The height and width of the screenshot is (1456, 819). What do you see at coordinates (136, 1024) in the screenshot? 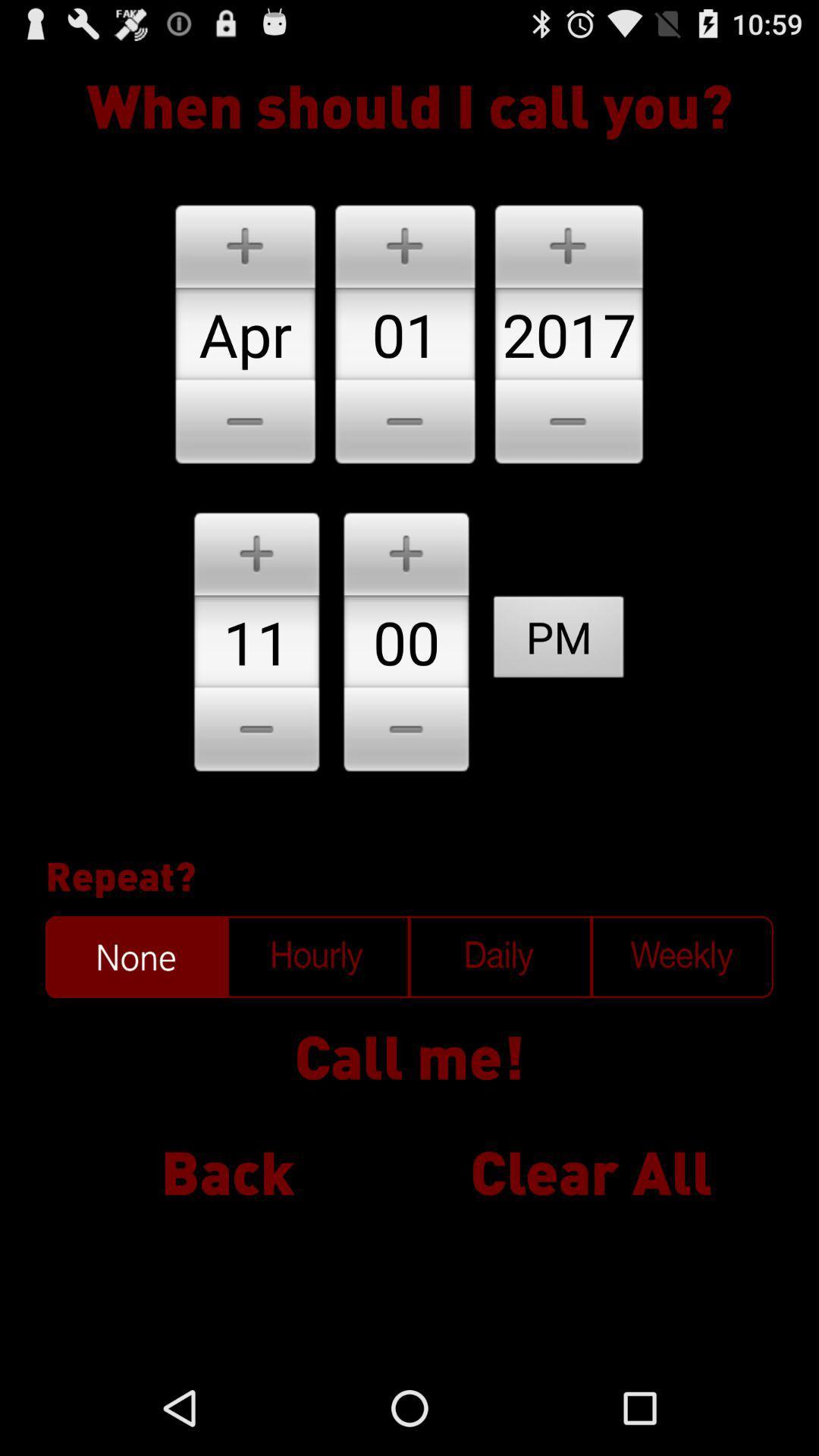
I see `the date_range icon` at bounding box center [136, 1024].